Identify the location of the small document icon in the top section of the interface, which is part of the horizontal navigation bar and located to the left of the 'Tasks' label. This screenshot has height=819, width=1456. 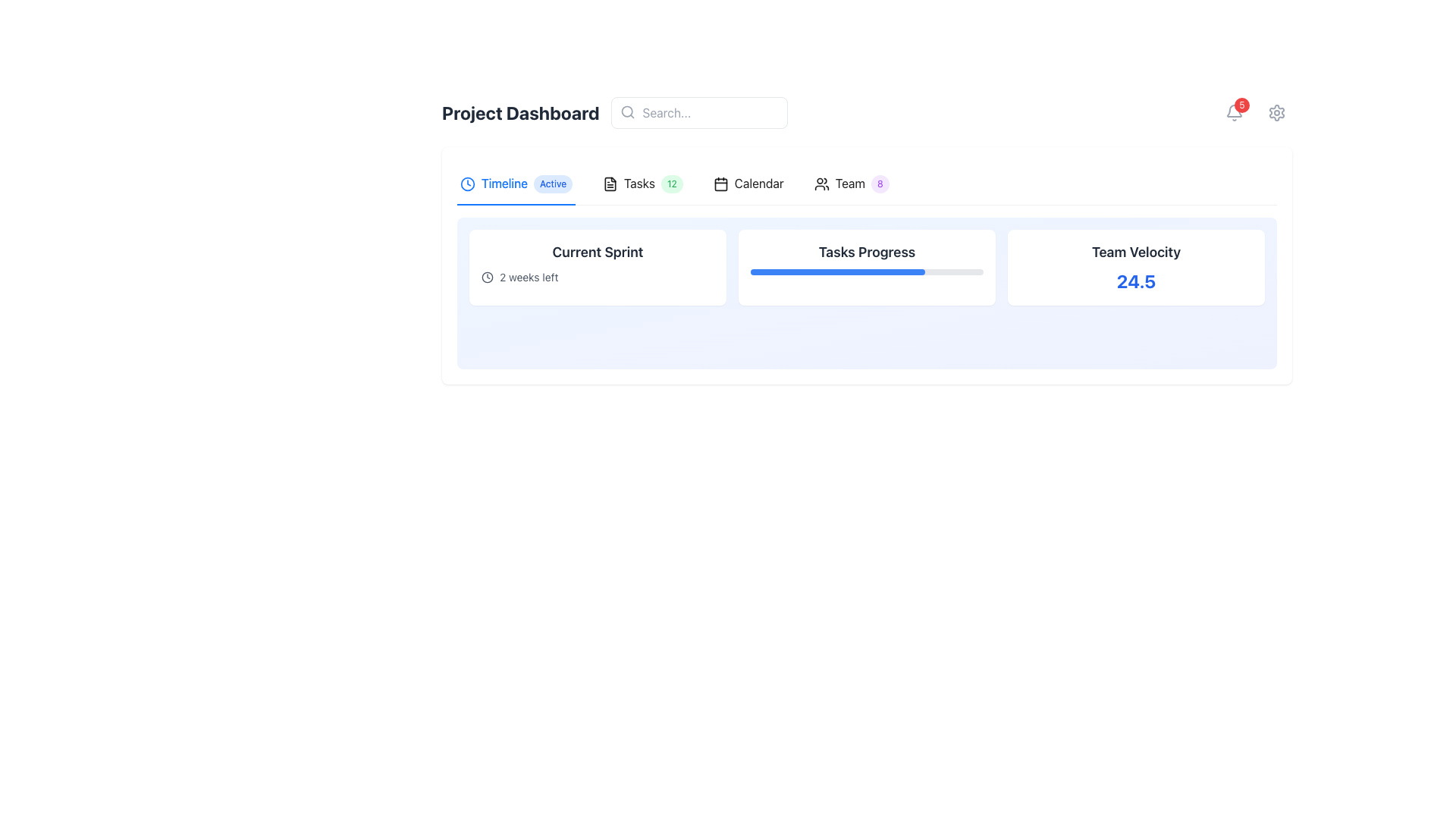
(610, 183).